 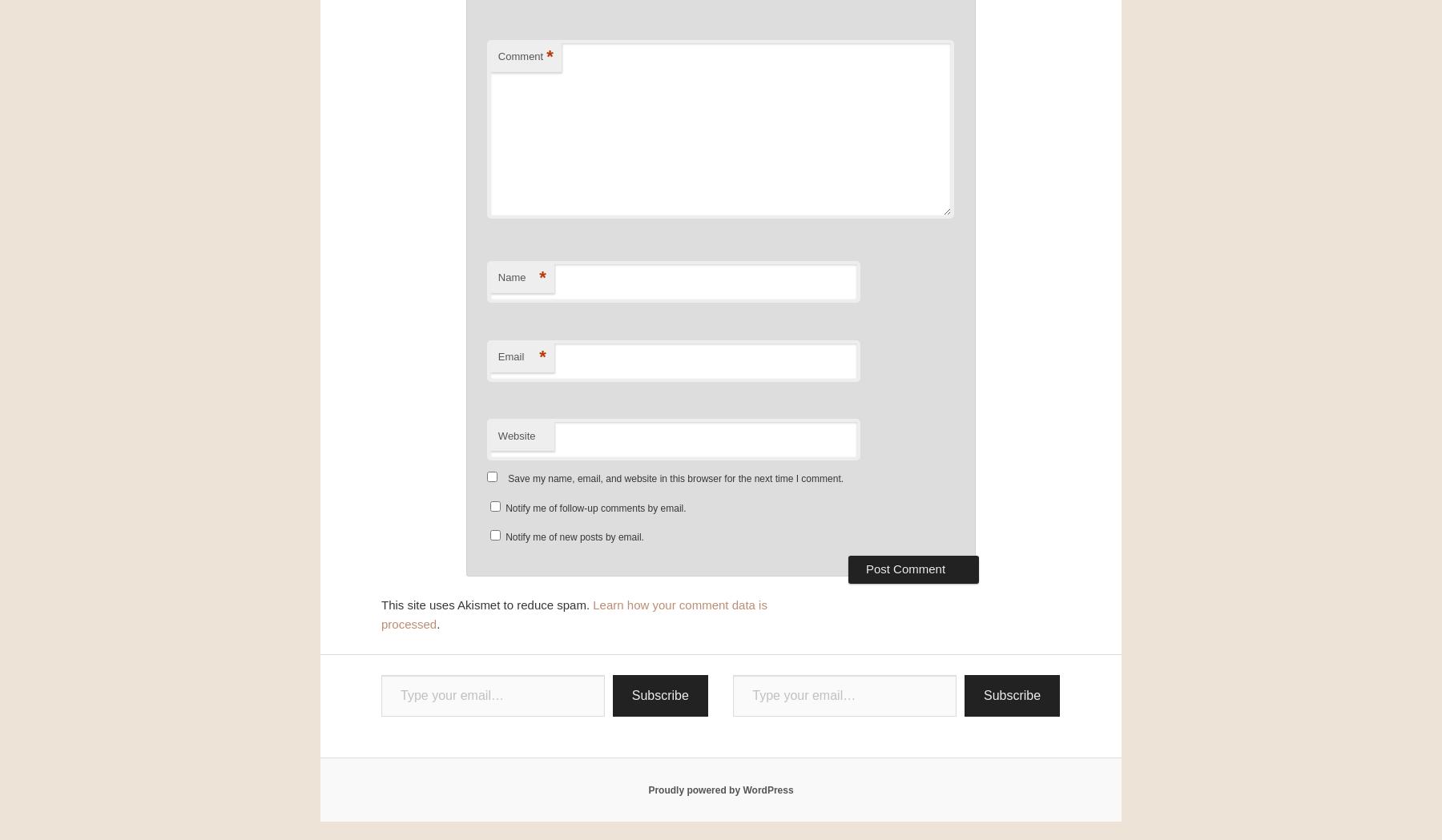 What do you see at coordinates (511, 276) in the screenshot?
I see `'Name'` at bounding box center [511, 276].